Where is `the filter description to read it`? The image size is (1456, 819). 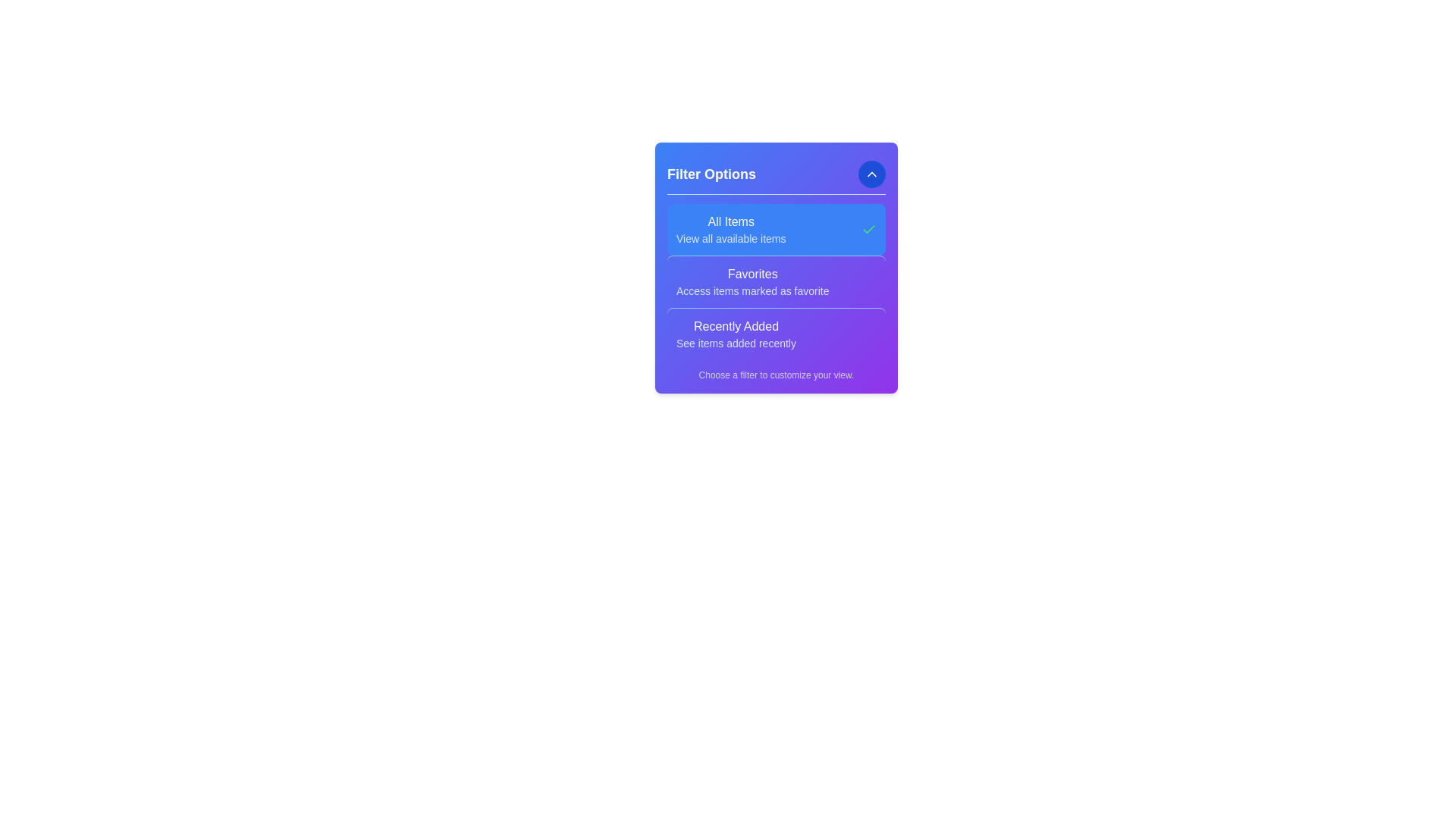
the filter description to read it is located at coordinates (731, 239).